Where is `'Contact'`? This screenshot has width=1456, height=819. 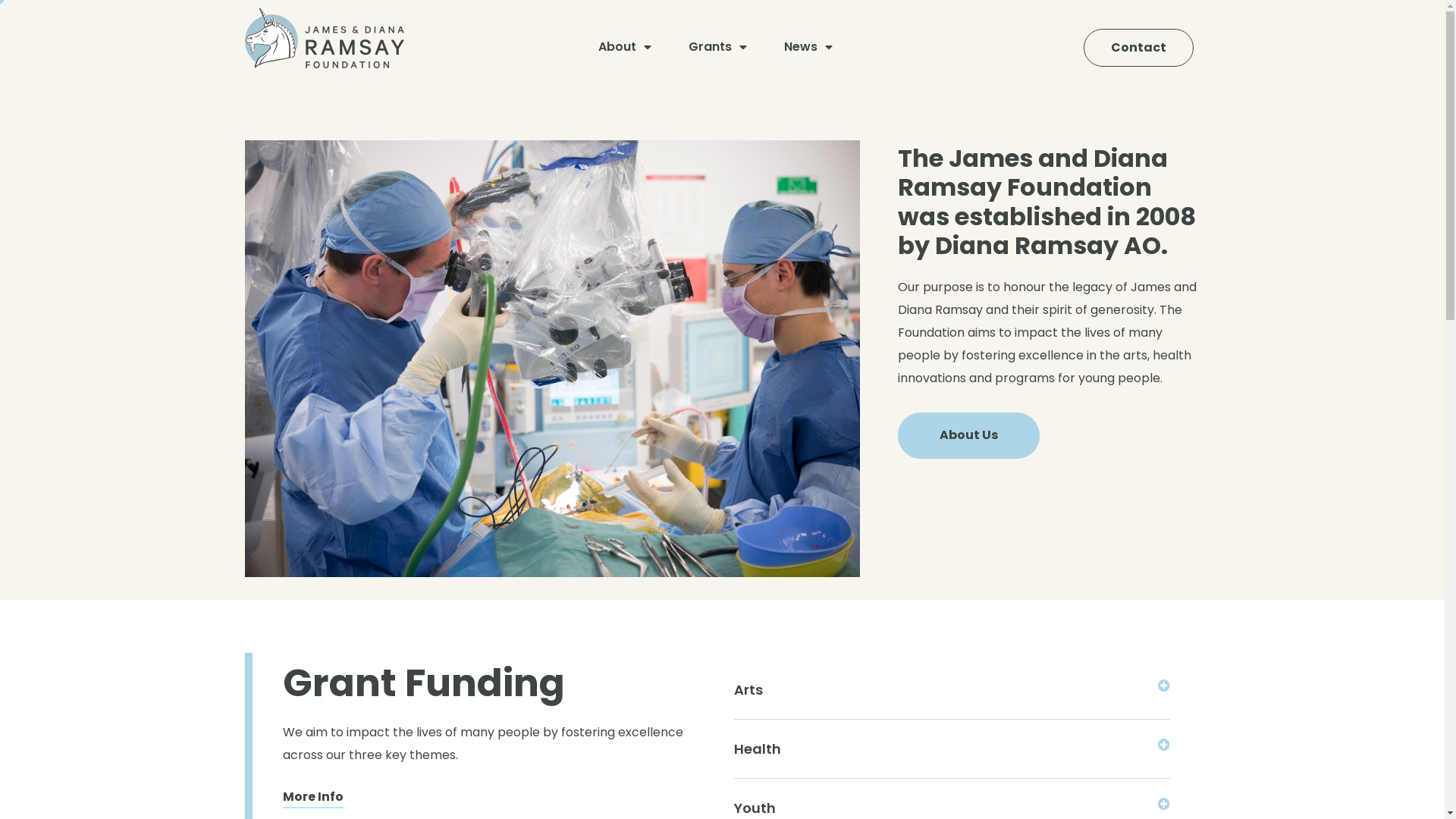
'Contact' is located at coordinates (1138, 47).